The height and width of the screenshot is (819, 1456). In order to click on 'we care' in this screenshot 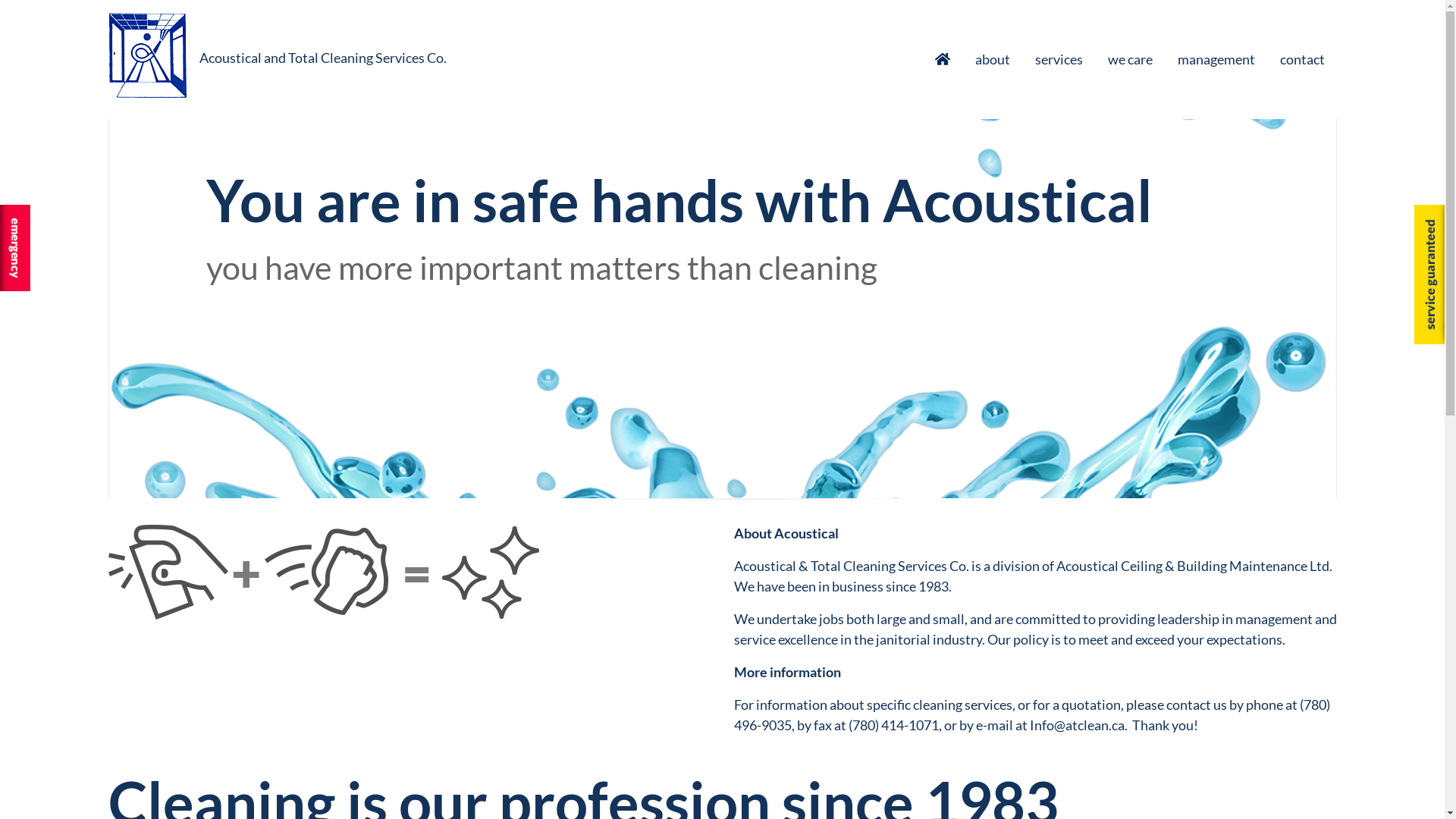, I will do `click(1130, 58)`.